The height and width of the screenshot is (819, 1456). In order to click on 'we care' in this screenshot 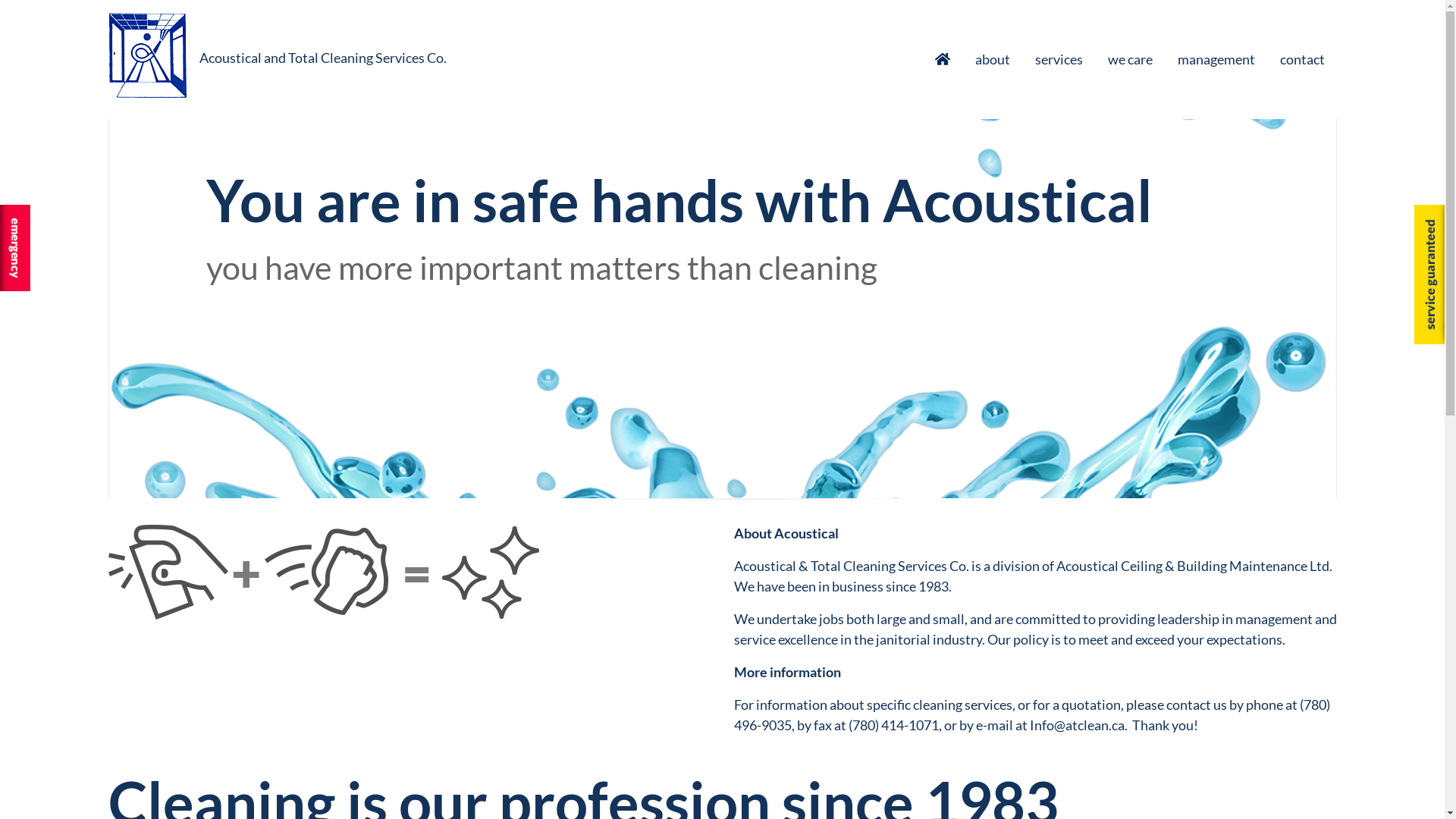, I will do `click(1130, 58)`.